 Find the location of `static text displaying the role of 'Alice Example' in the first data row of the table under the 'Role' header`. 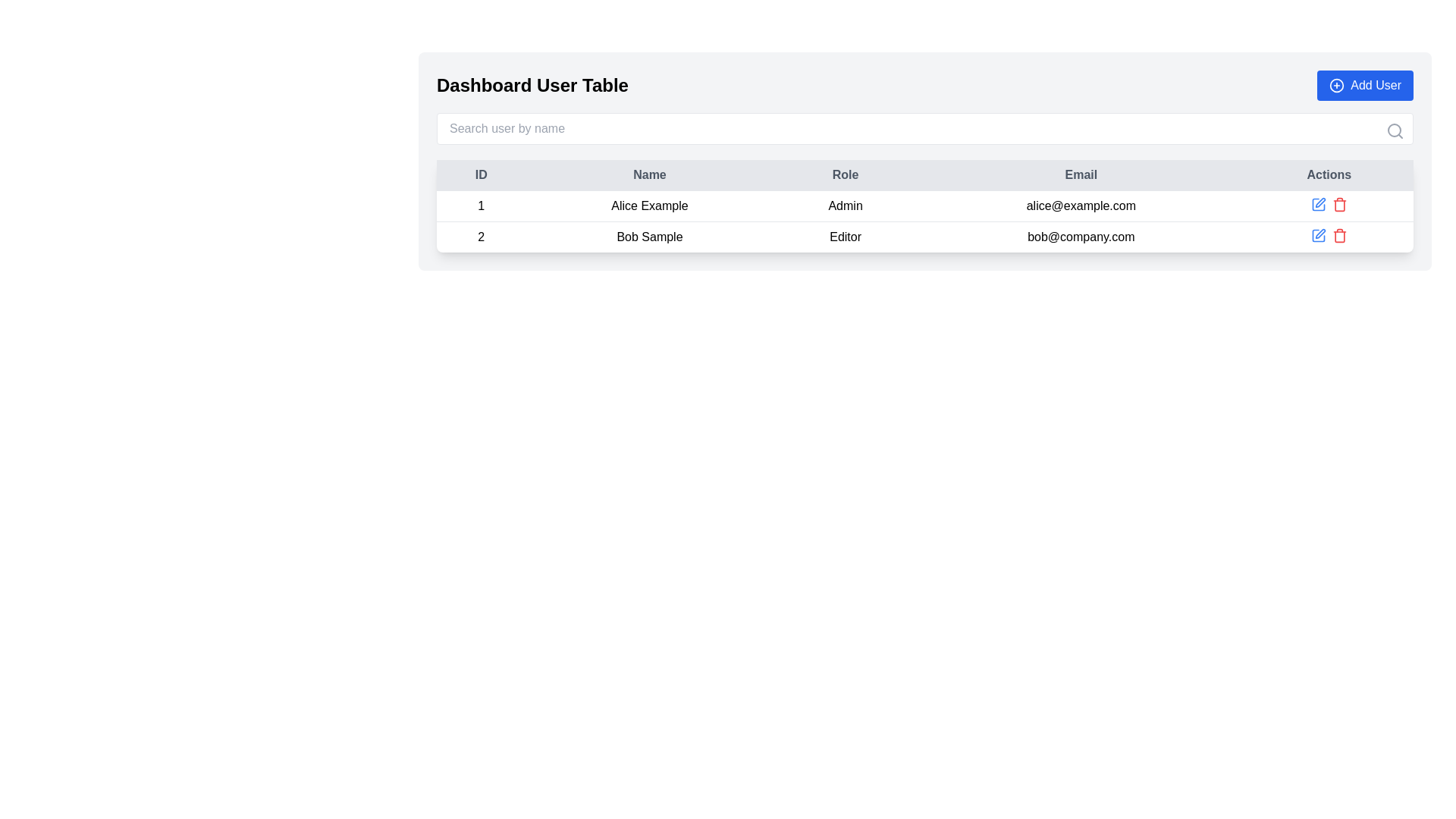

static text displaying the role of 'Alice Example' in the first data row of the table under the 'Role' header is located at coordinates (845, 206).